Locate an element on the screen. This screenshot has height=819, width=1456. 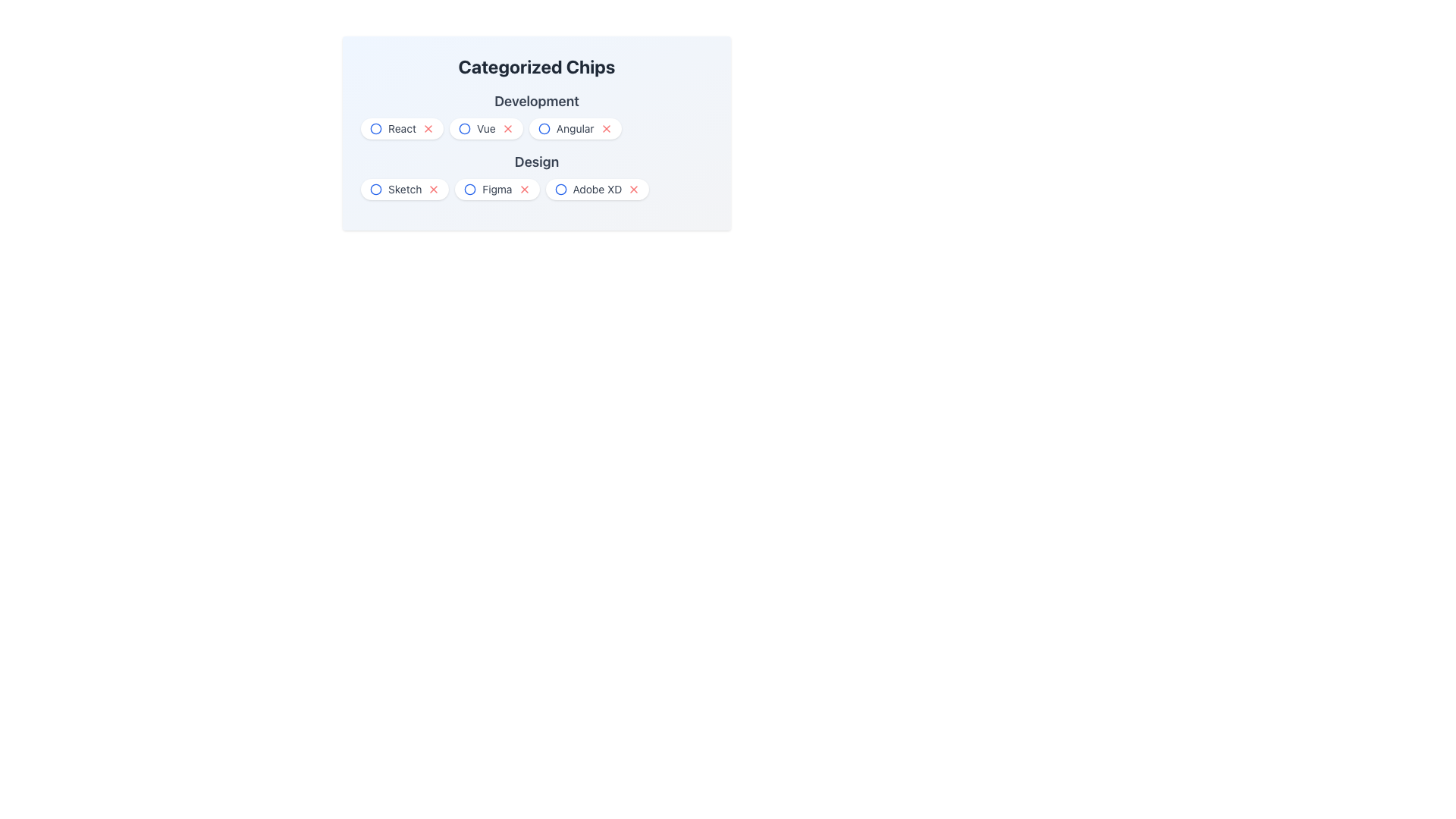
the close button located at the far right of the 'Adobe XD' pill-shaped design is located at coordinates (634, 189).